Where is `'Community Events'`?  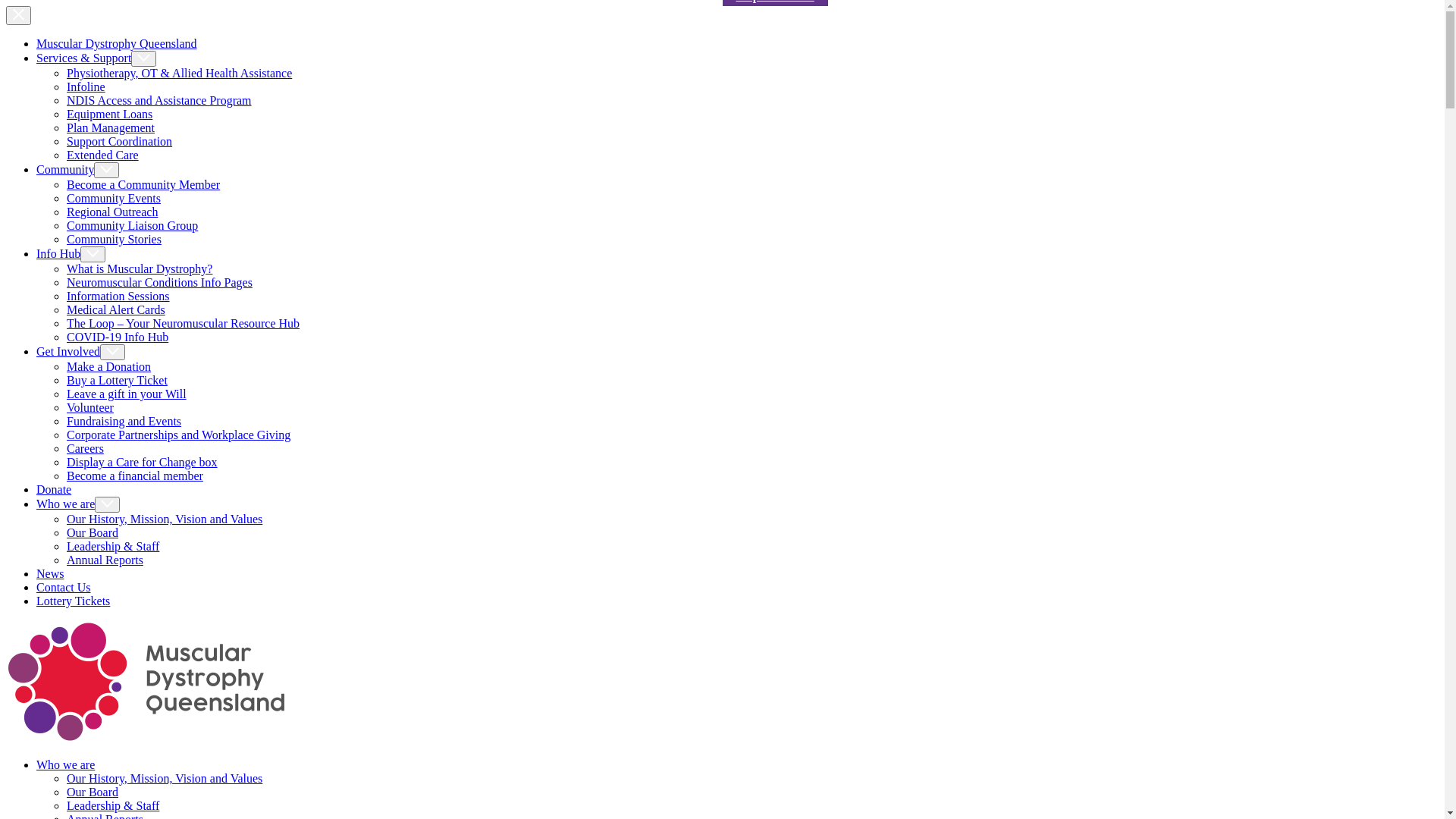 'Community Events' is located at coordinates (112, 197).